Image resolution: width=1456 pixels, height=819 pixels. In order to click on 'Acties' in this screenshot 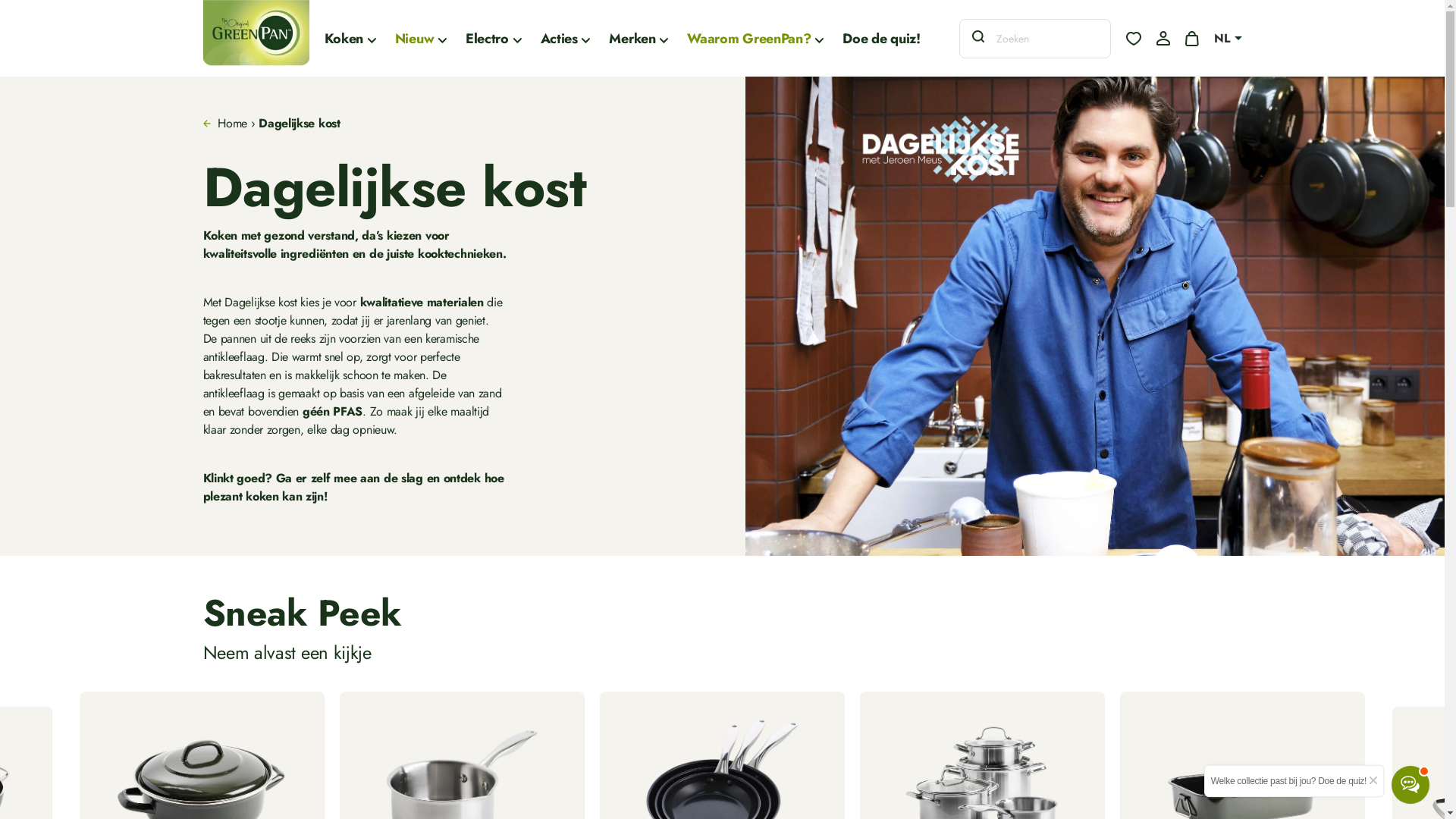, I will do `click(541, 37)`.